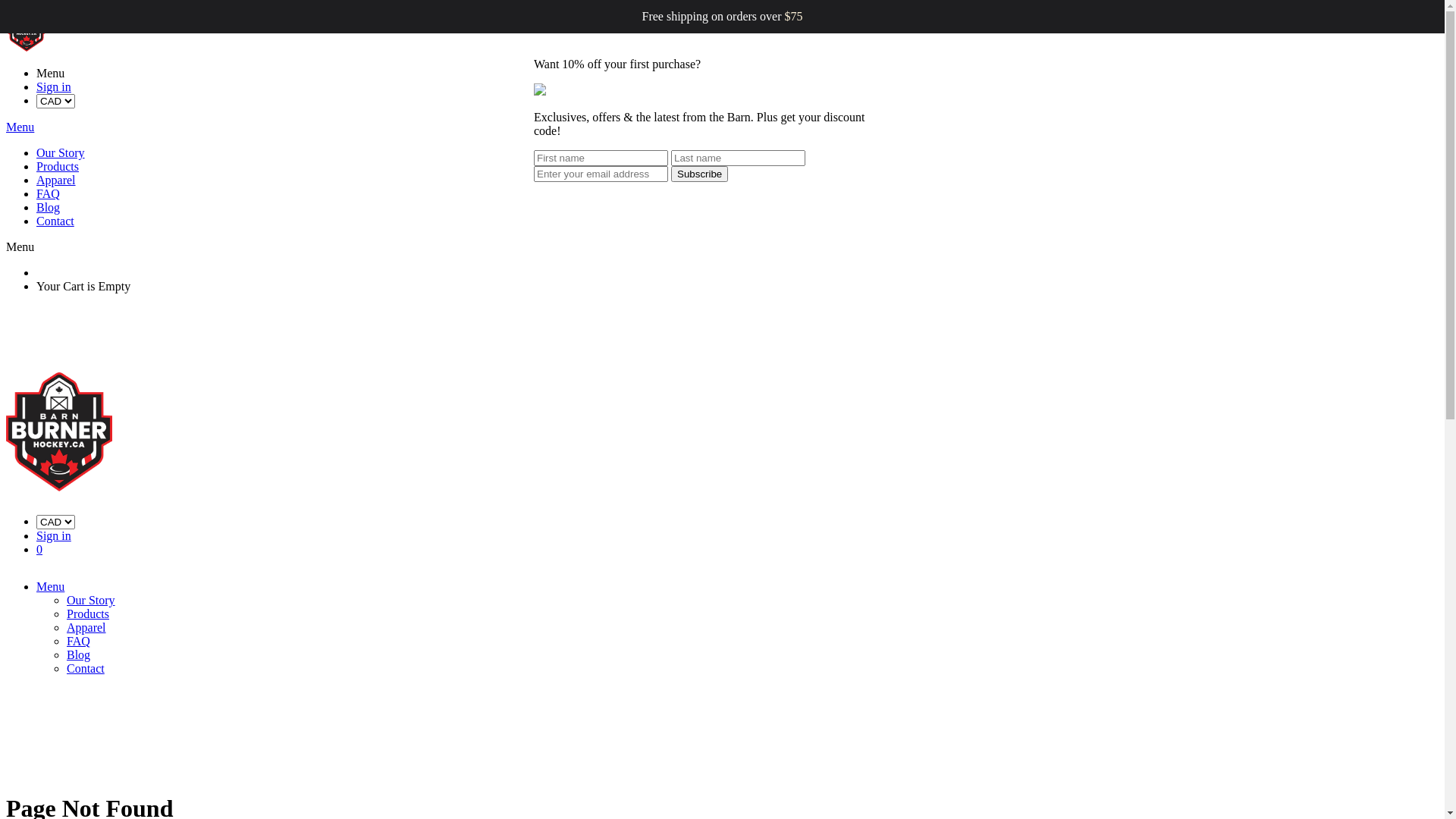 The image size is (1456, 819). I want to click on 'Subscribe', so click(670, 173).